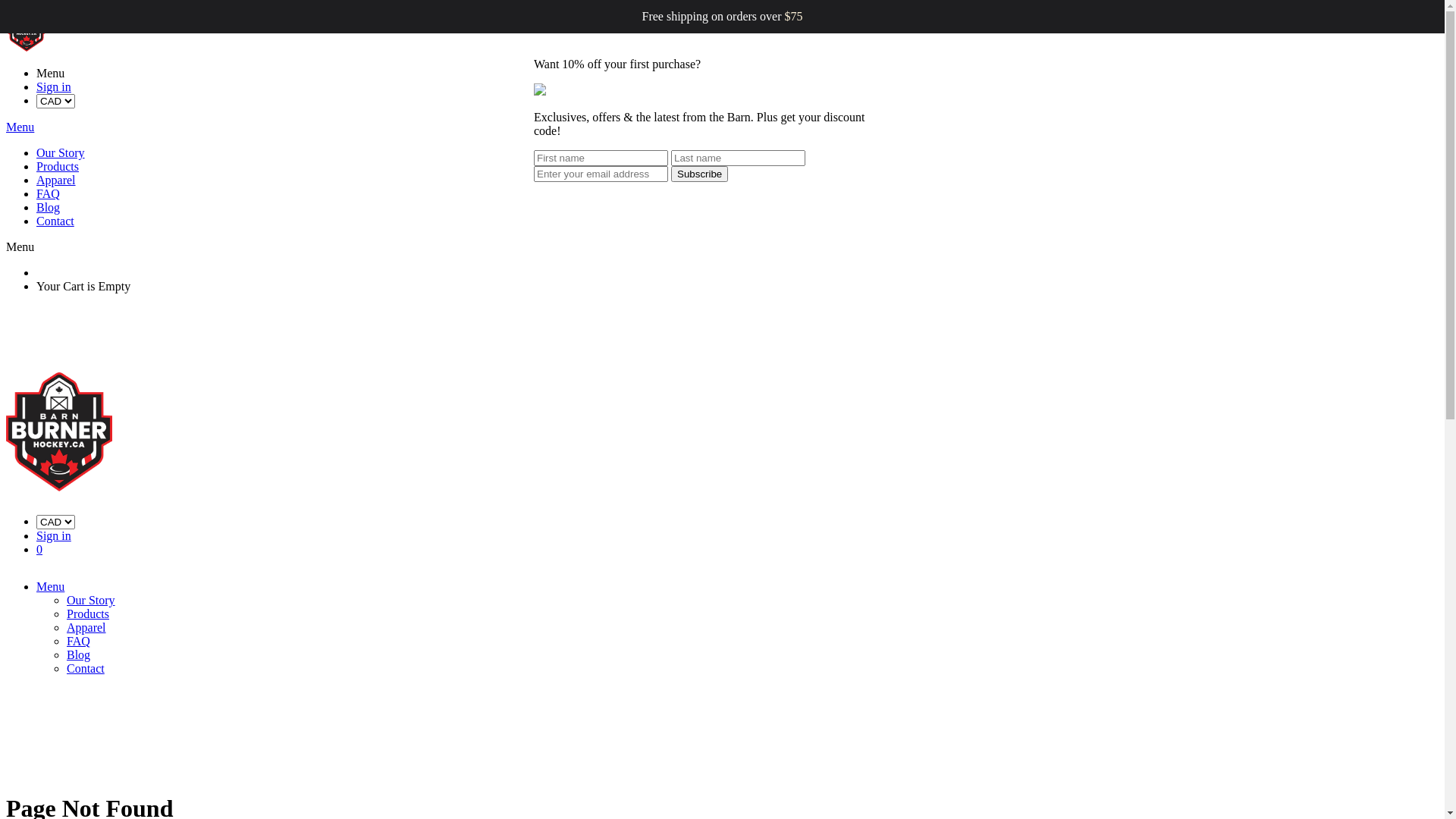 The image size is (1456, 819). I want to click on 'Subscribe', so click(670, 173).